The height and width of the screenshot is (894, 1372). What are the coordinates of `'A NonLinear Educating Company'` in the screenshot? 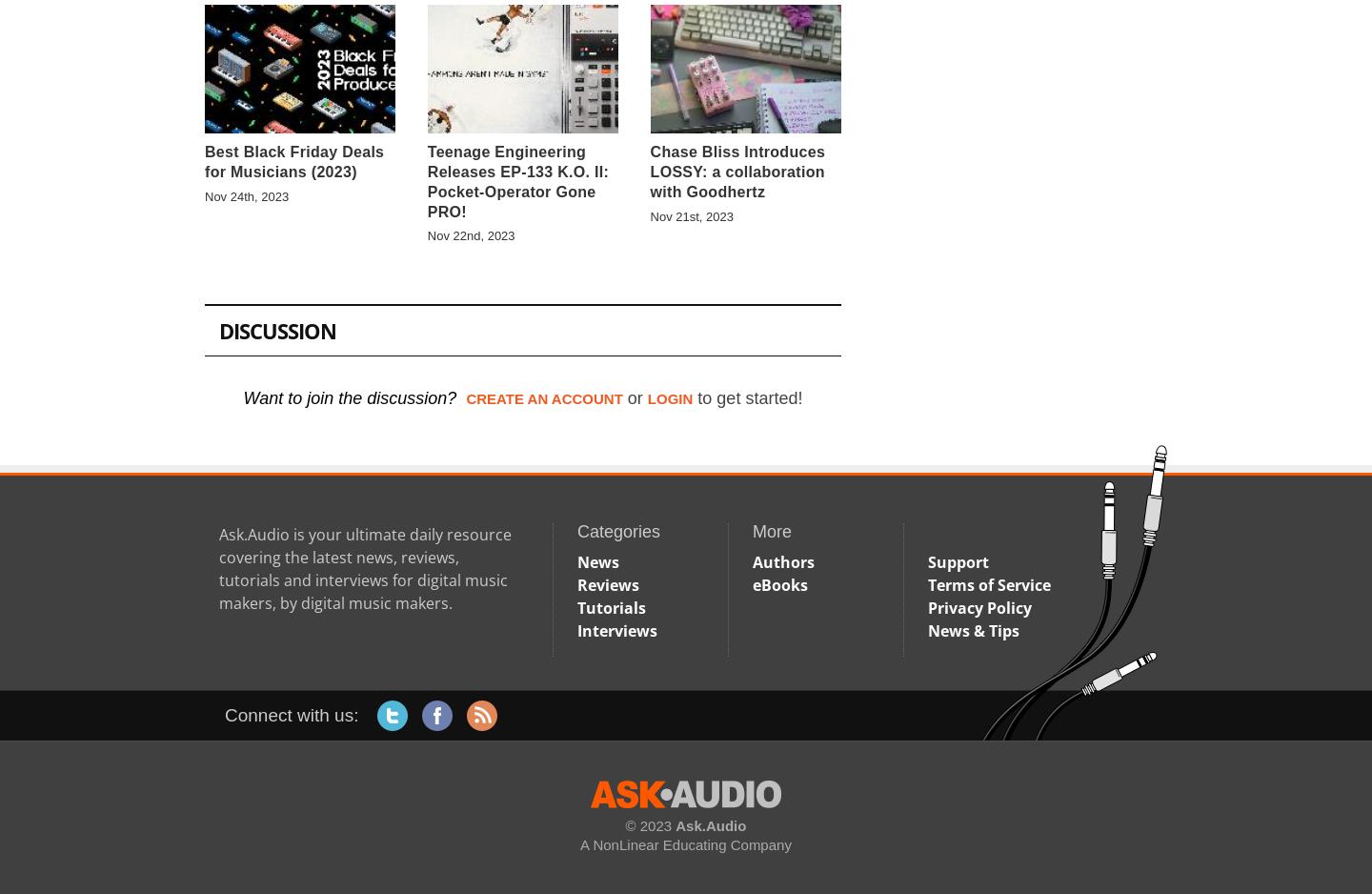 It's located at (685, 844).